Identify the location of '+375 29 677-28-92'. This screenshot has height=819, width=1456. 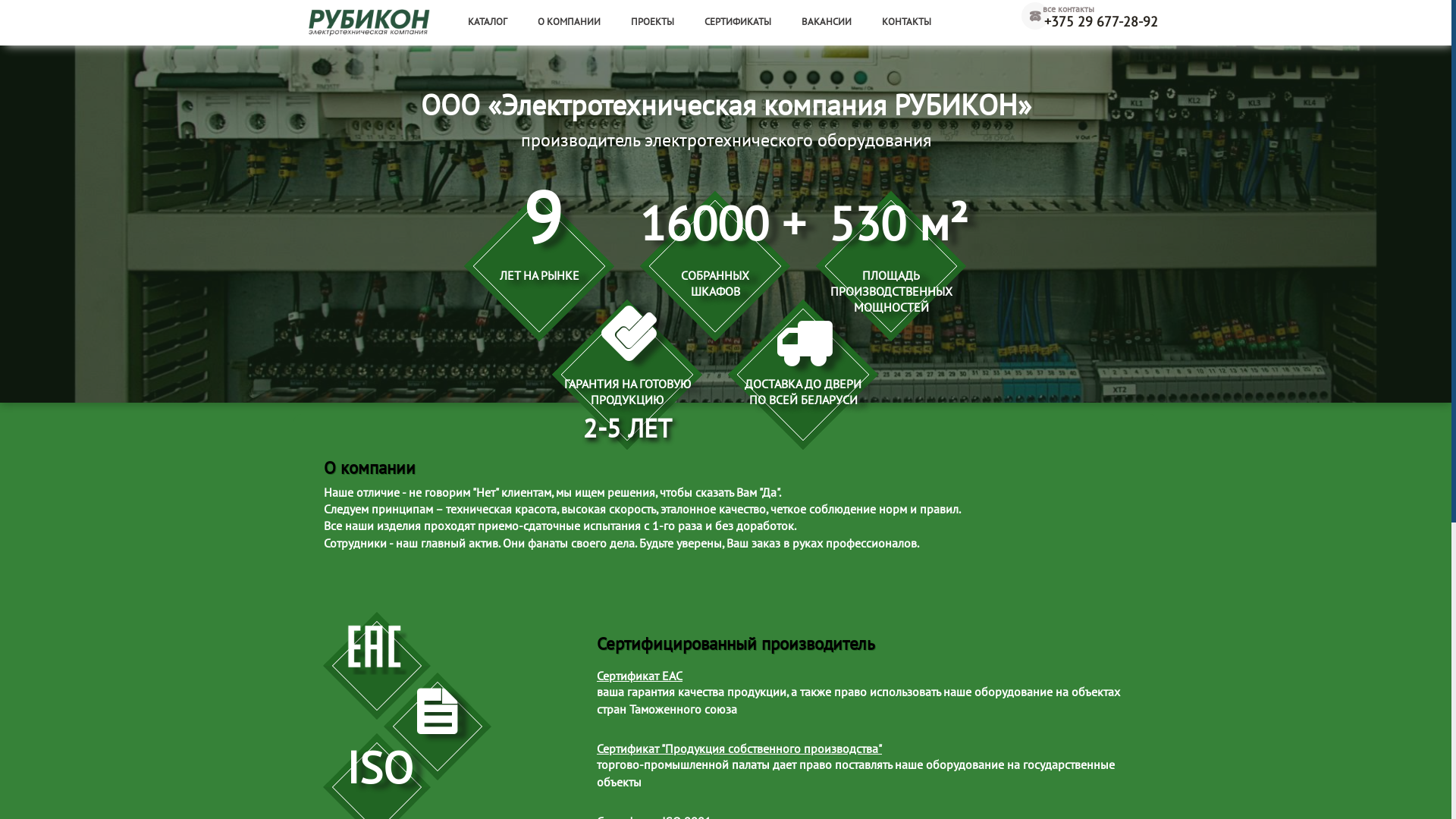
(1088, 23).